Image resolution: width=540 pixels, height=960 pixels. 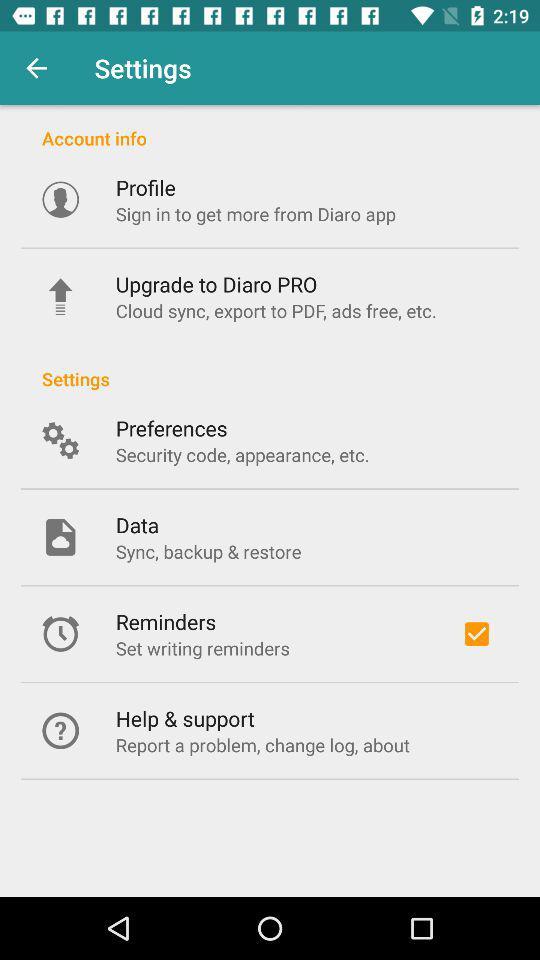 What do you see at coordinates (202, 647) in the screenshot?
I see `set writing reminders icon` at bounding box center [202, 647].